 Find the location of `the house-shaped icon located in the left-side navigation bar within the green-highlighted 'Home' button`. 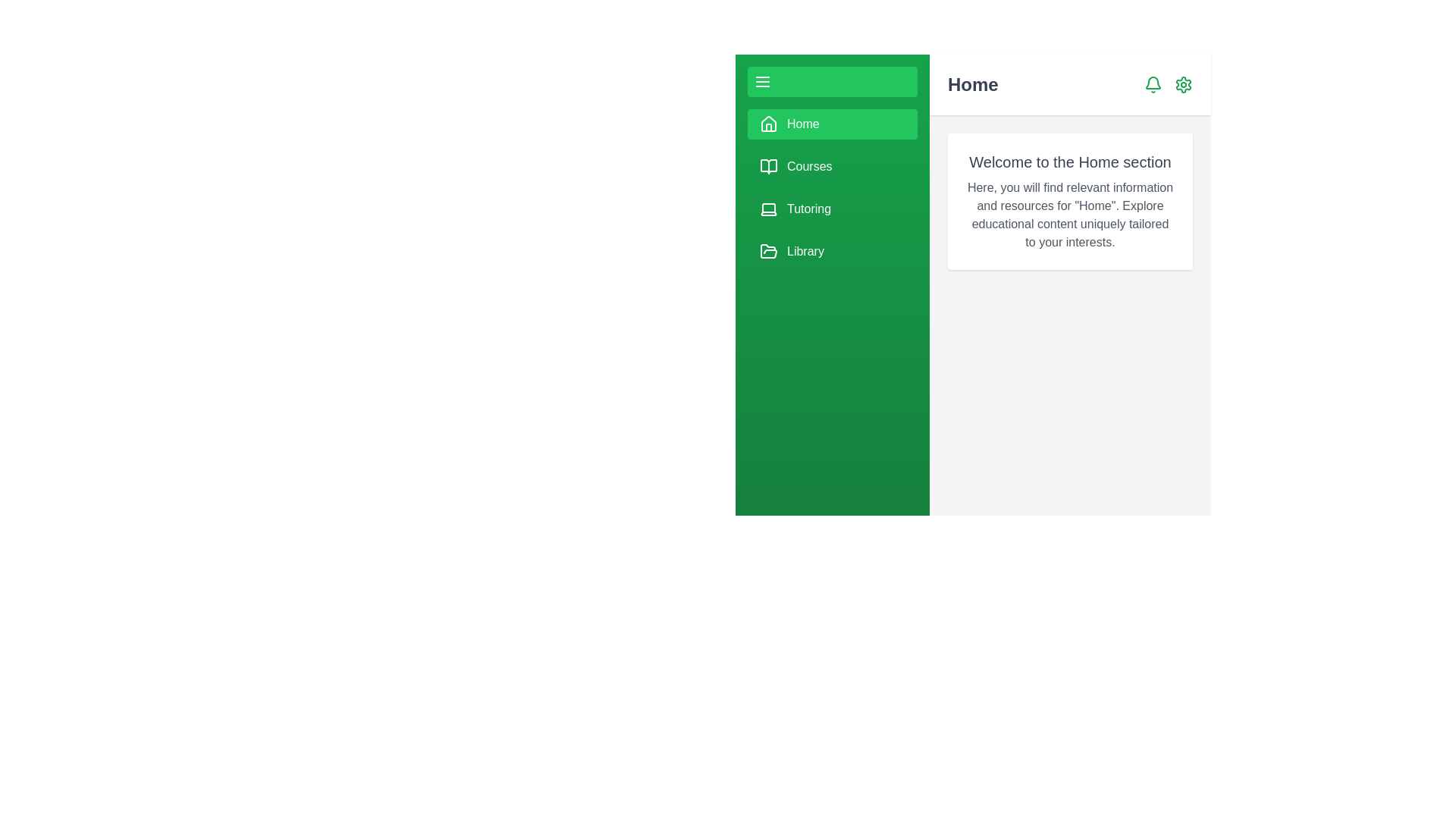

the house-shaped icon located in the left-side navigation bar within the green-highlighted 'Home' button is located at coordinates (768, 124).